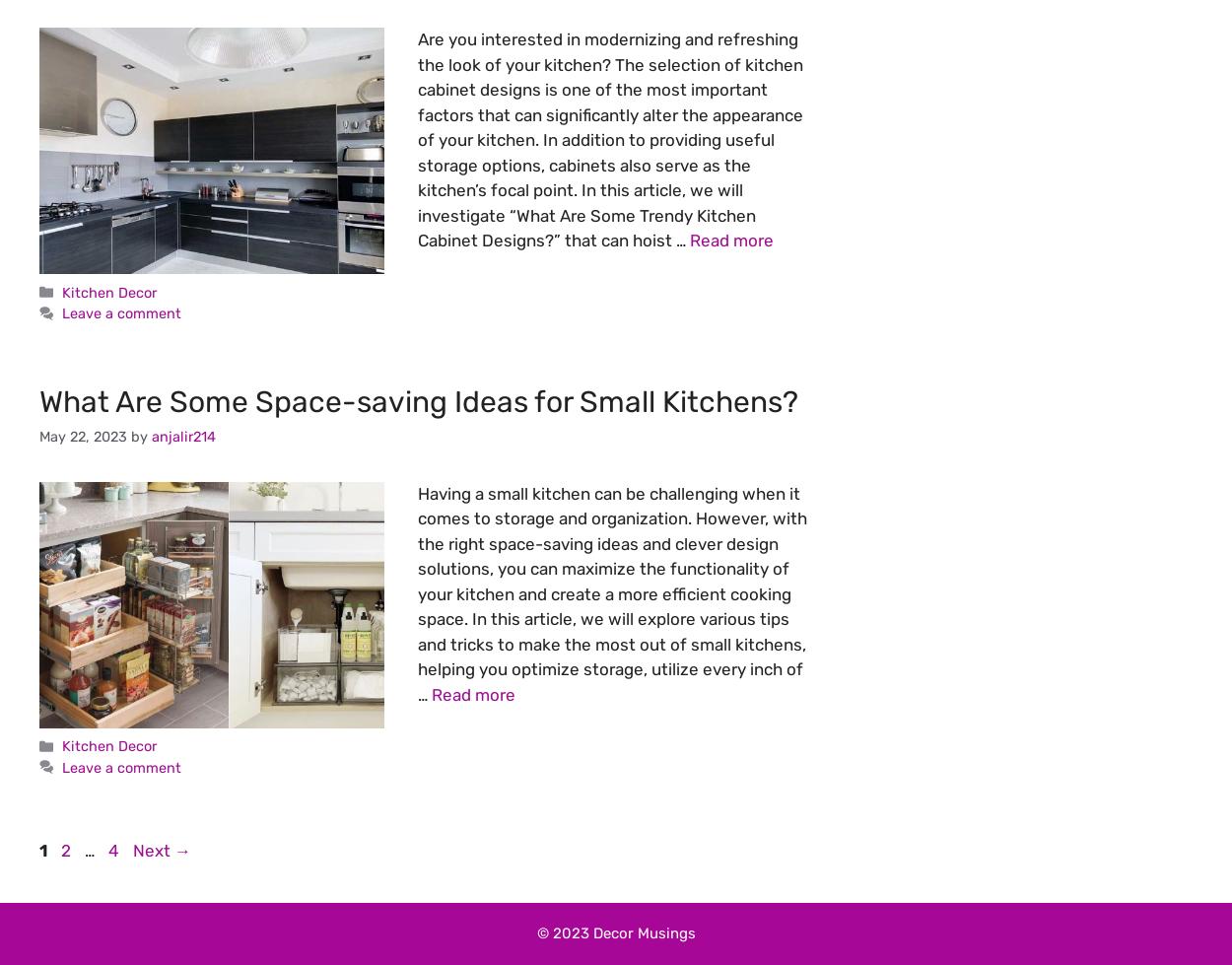 This screenshot has height=965, width=1232. Describe the element at coordinates (419, 402) in the screenshot. I see `'What Are Some Space-saving Ideas for Small Kitchens?'` at that location.